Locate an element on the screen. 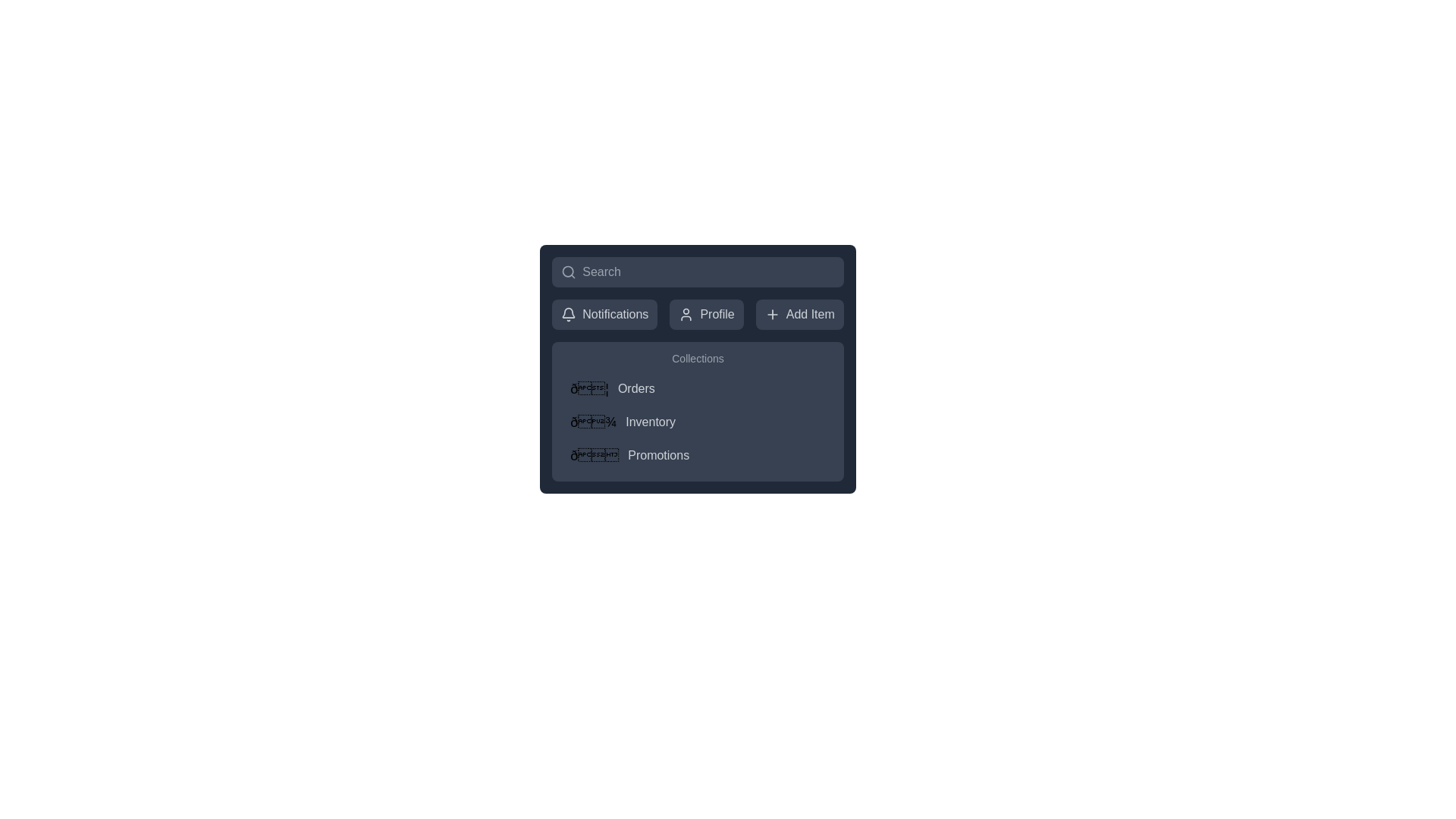 The width and height of the screenshot is (1456, 819). the 'Add New Item' button located under the top navigation section, which is the third button from the left is located at coordinates (799, 314).